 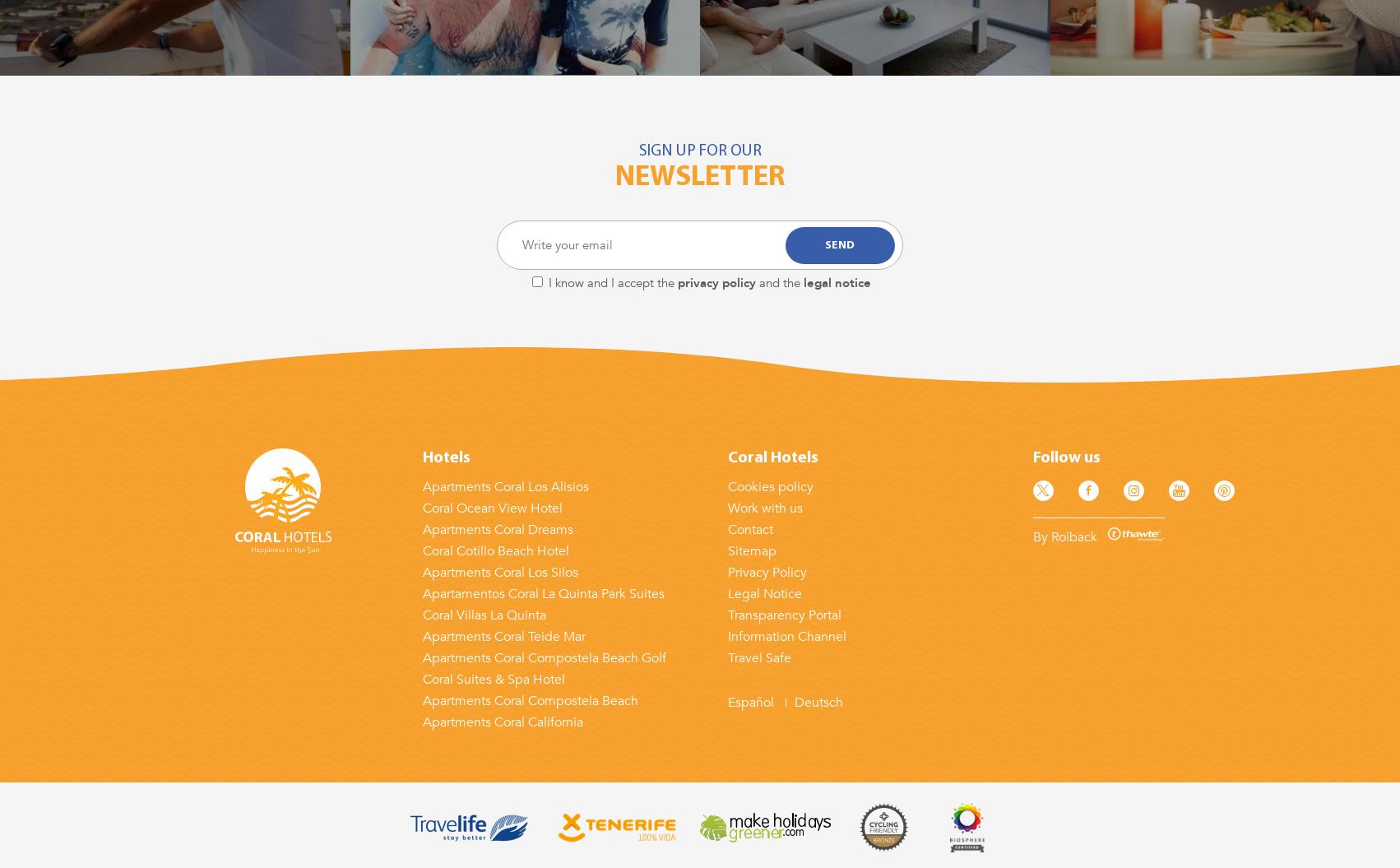 I want to click on 'I know and I accept the', so click(x=610, y=282).